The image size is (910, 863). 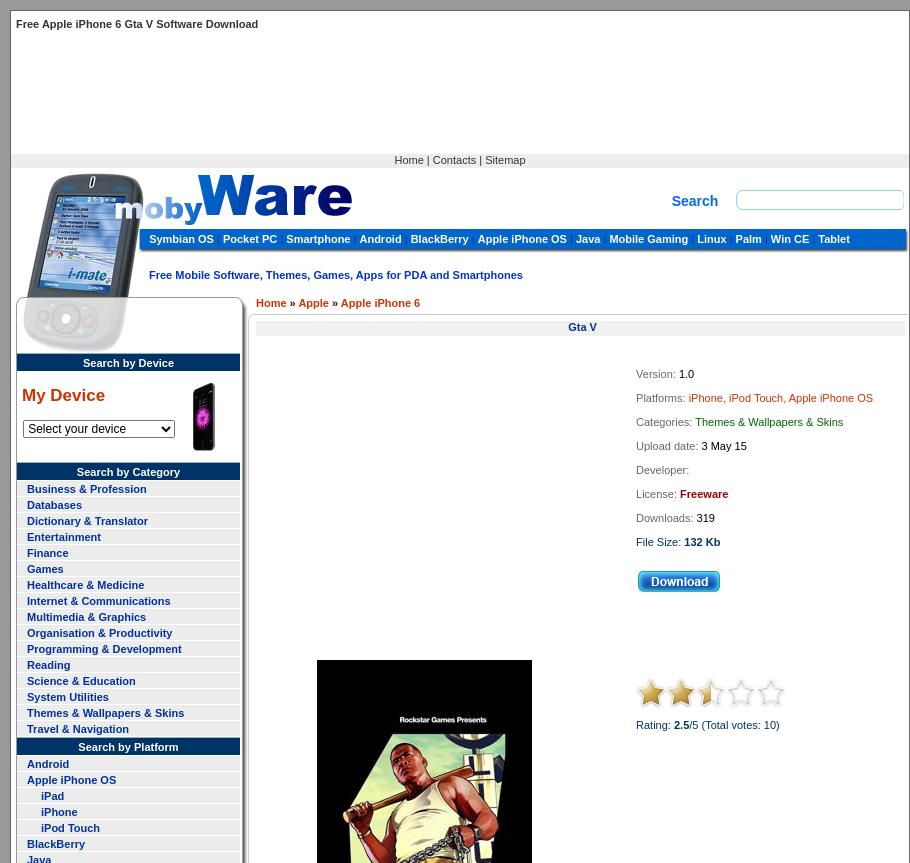 I want to click on 'Finance', so click(x=47, y=551).